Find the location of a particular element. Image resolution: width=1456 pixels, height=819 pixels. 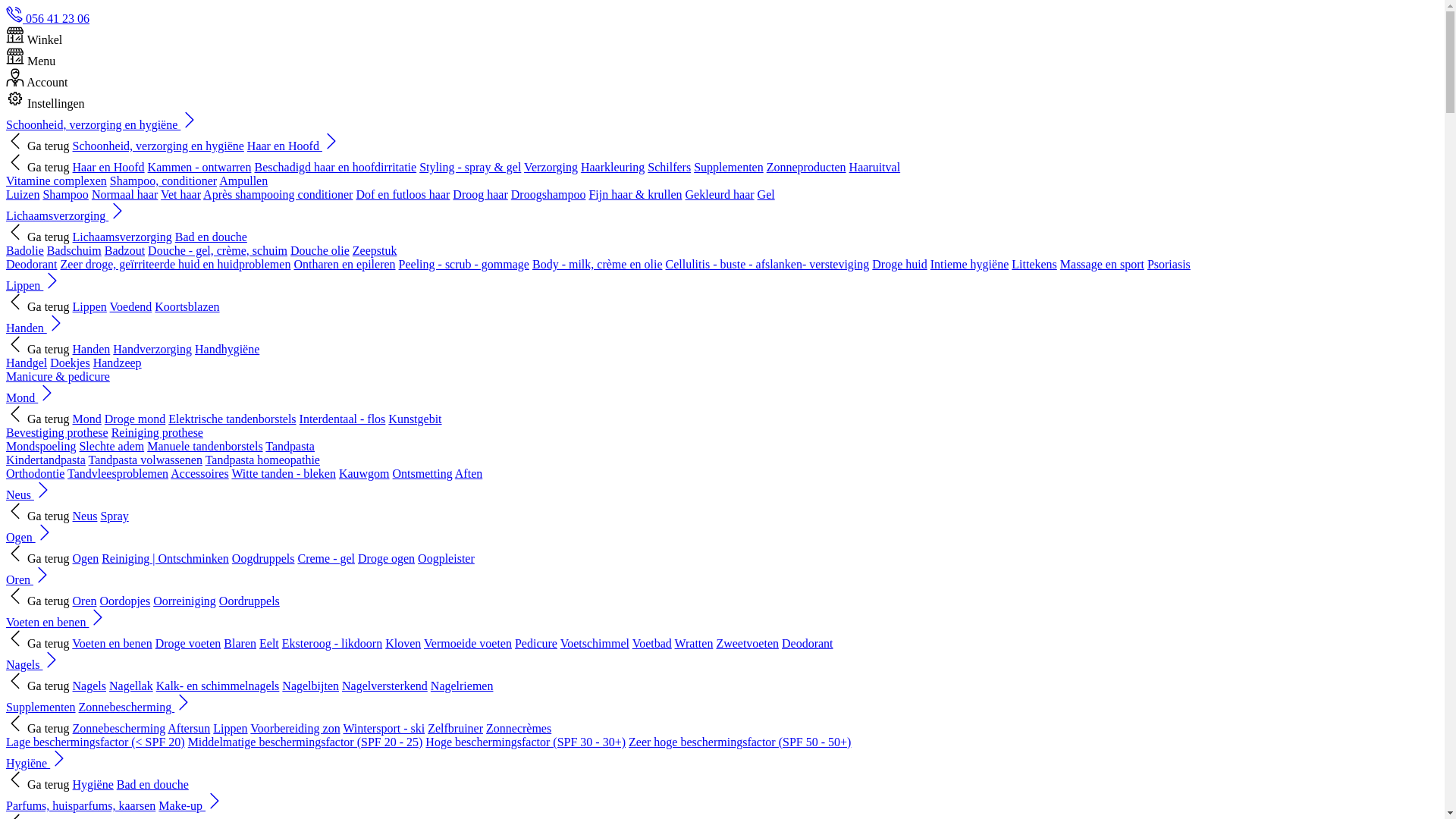

'Slechte adem' is located at coordinates (78, 445).